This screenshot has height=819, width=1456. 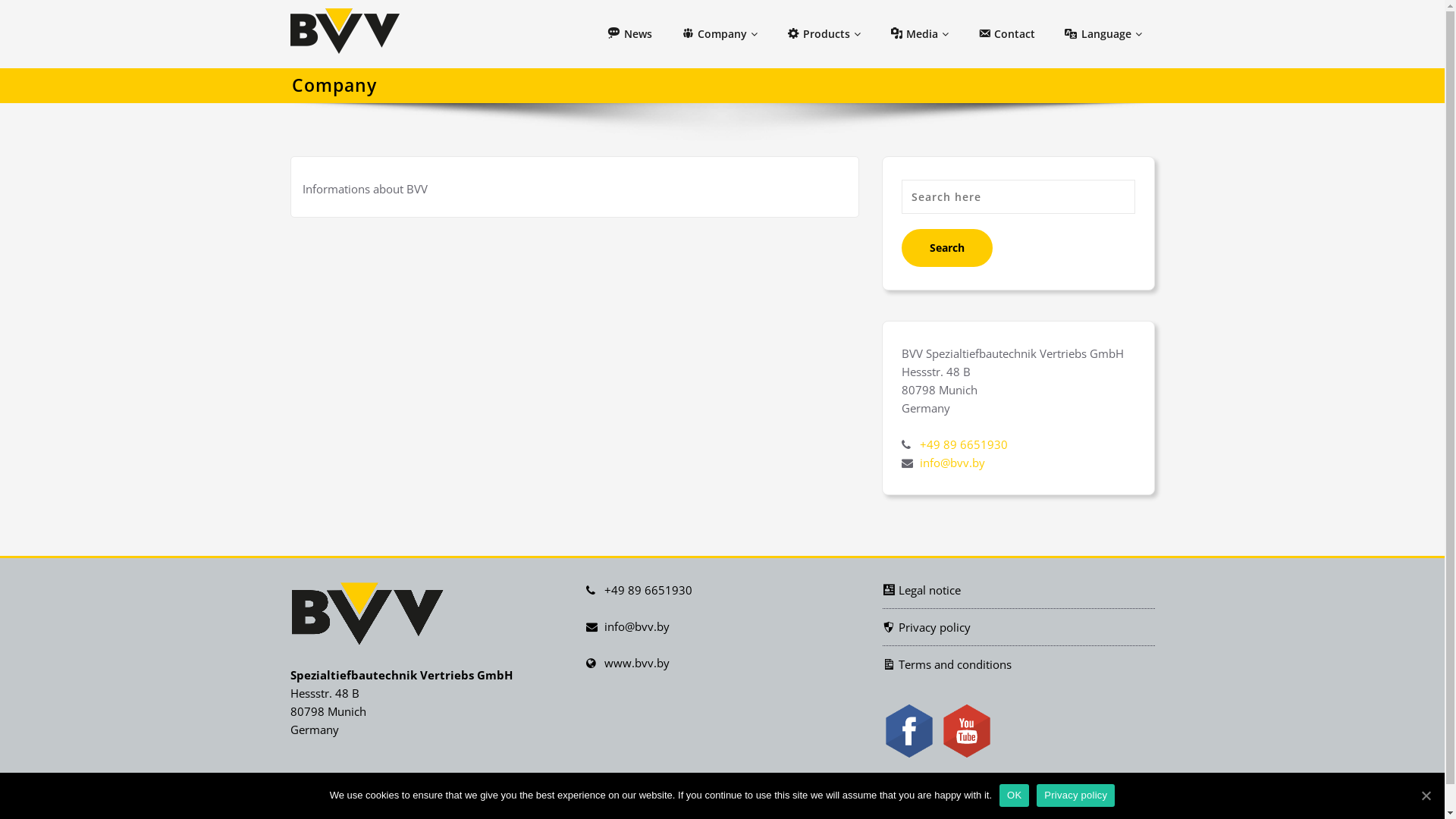 I want to click on 'Products', so click(x=821, y=34).